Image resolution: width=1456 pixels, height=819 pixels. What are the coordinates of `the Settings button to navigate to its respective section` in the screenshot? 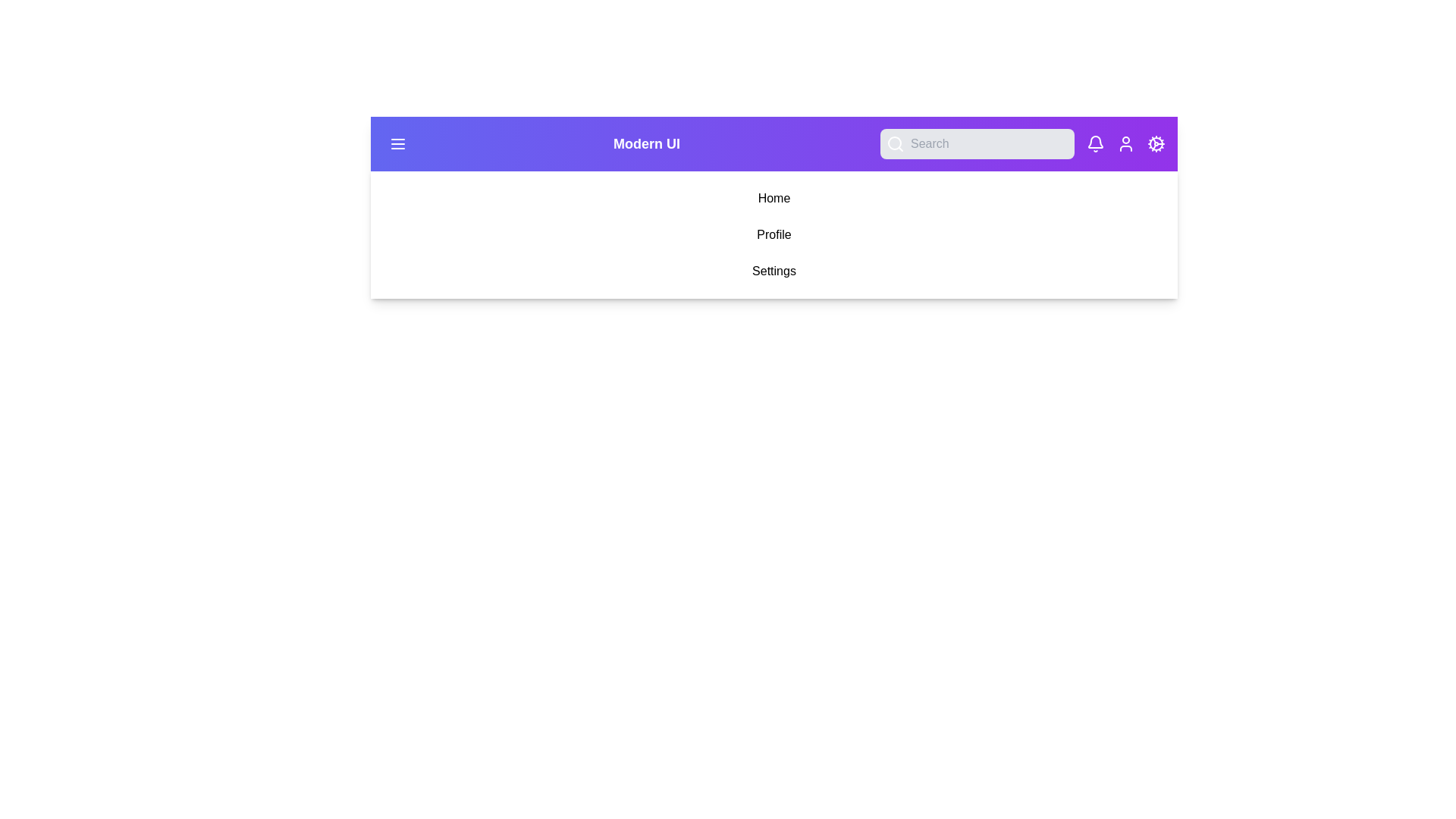 It's located at (1156, 143).